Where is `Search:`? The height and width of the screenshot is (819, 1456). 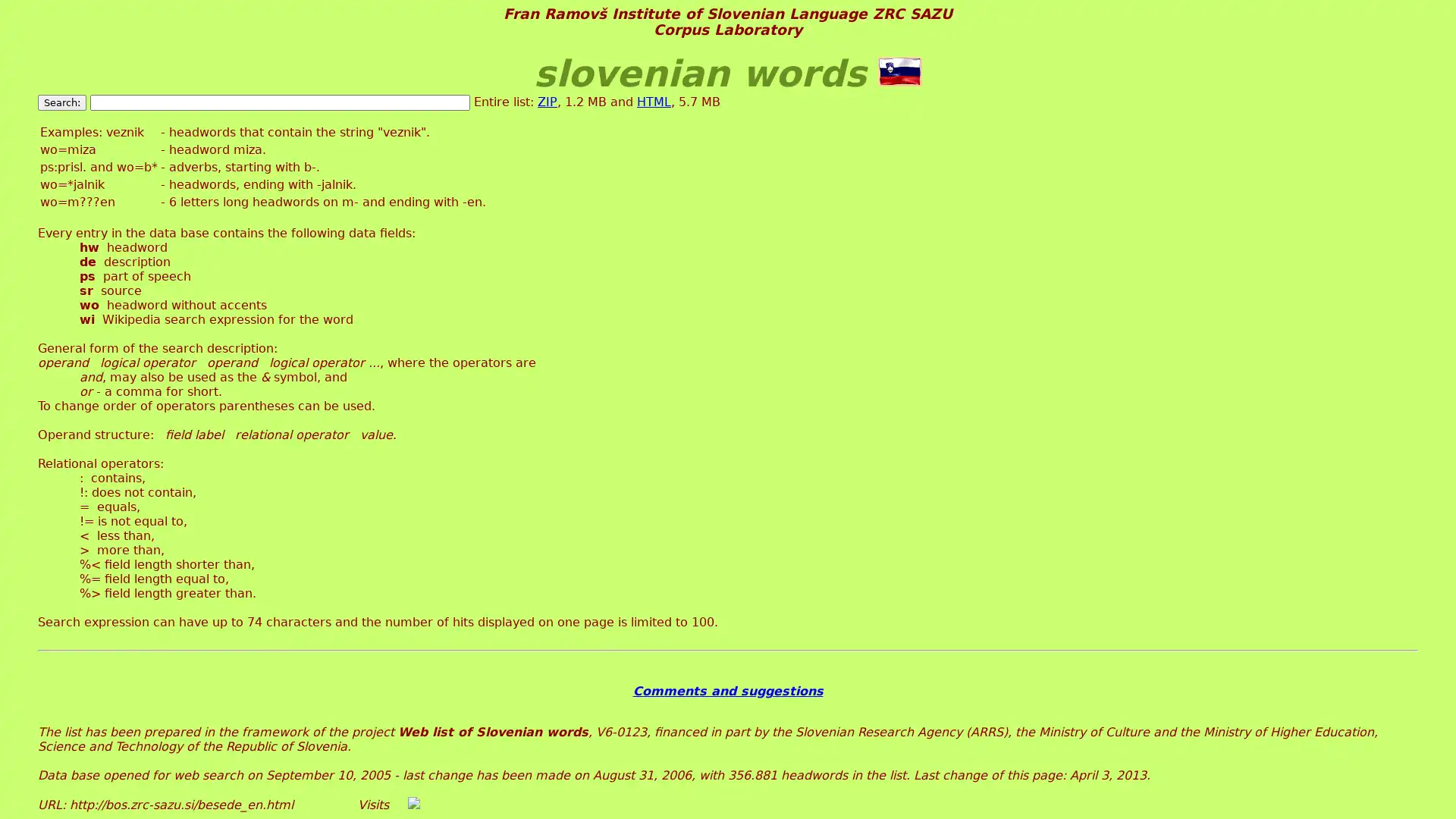
Search: is located at coordinates (61, 102).